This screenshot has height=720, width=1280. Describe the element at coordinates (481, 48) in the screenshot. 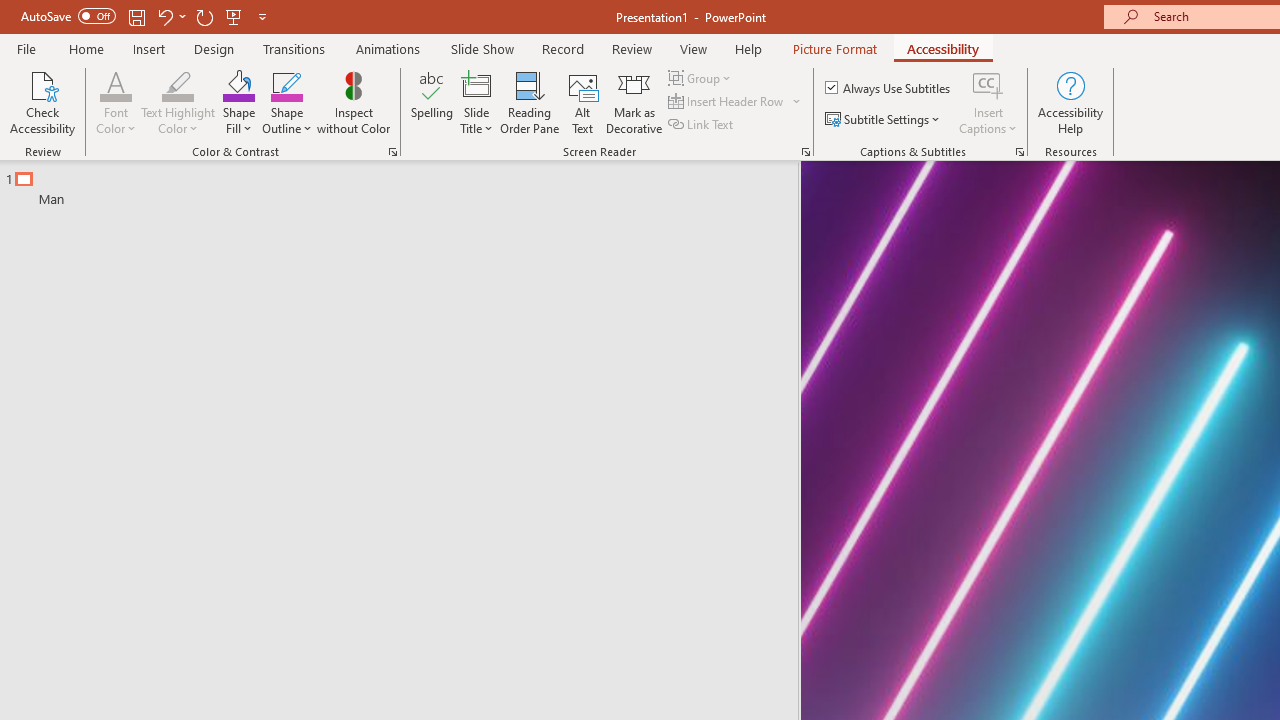

I see `'Slide Show'` at that location.